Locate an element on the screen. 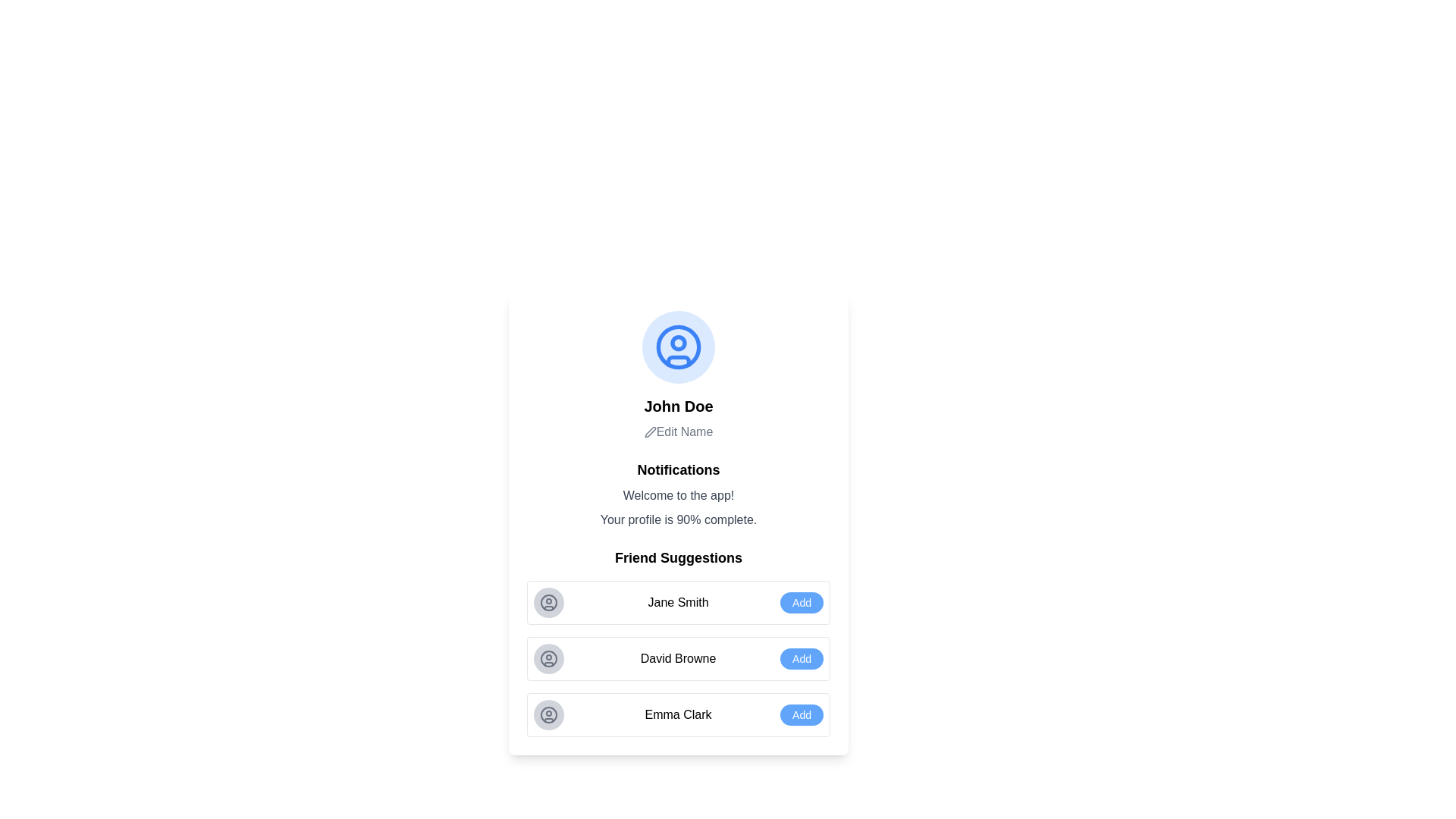 This screenshot has width=1456, height=819. the user profile icon with a gray stroke representing 'David Browne' in the 'Friend Suggestions' section is located at coordinates (548, 657).